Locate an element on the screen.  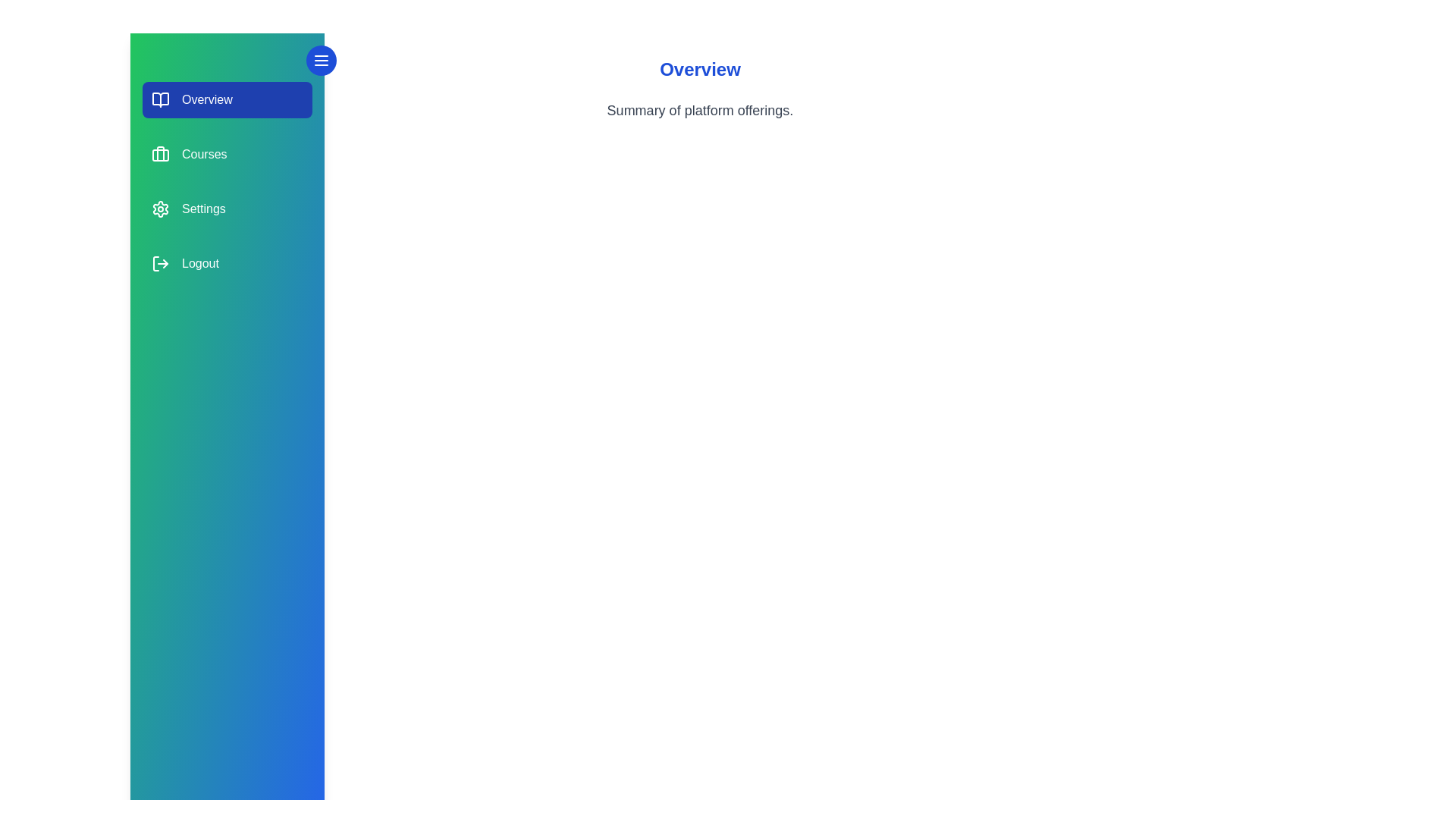
the section labeled Courses to view its hover effect is located at coordinates (226, 155).